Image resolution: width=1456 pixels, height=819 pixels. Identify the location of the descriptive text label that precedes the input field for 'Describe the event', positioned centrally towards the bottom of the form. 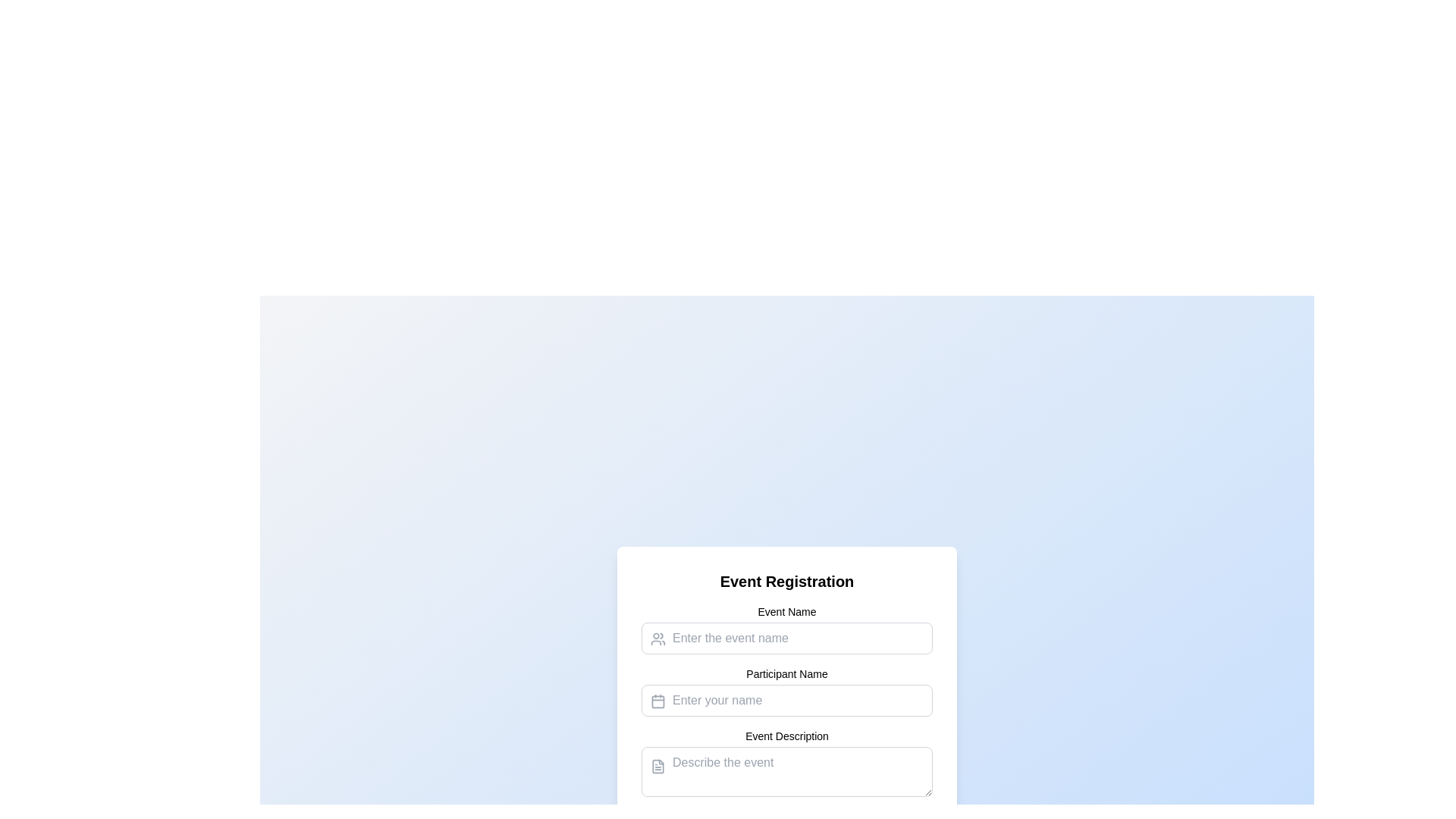
(786, 736).